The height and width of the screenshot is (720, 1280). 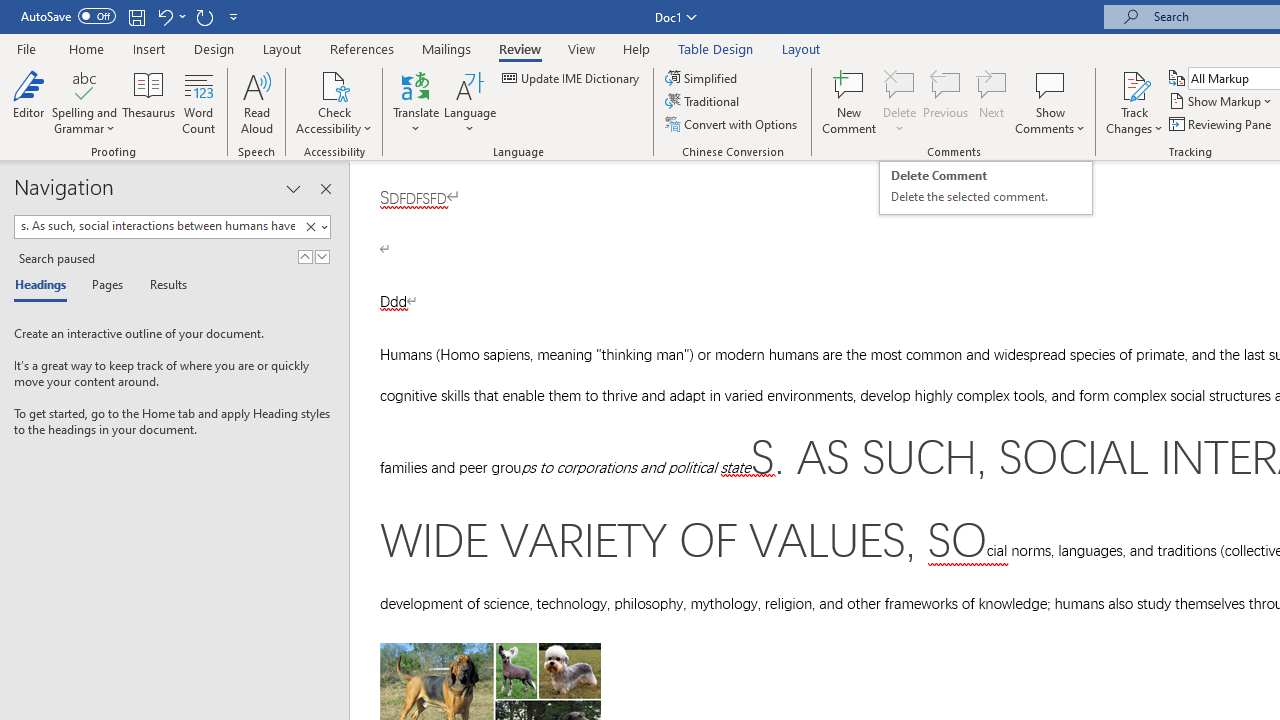 I want to click on 'Clear', so click(x=310, y=226).